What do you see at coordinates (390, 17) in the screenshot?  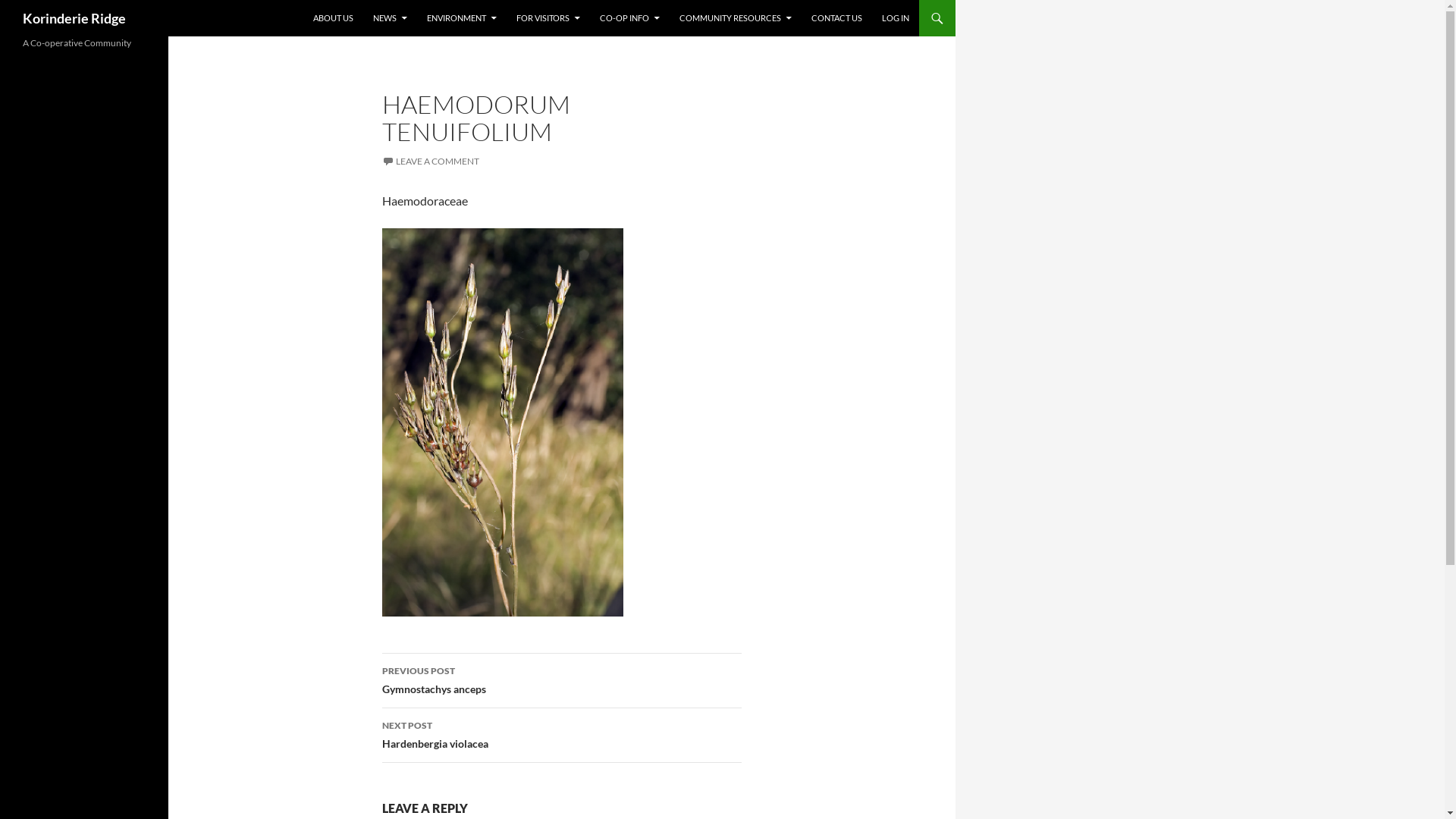 I see `'NEWS'` at bounding box center [390, 17].